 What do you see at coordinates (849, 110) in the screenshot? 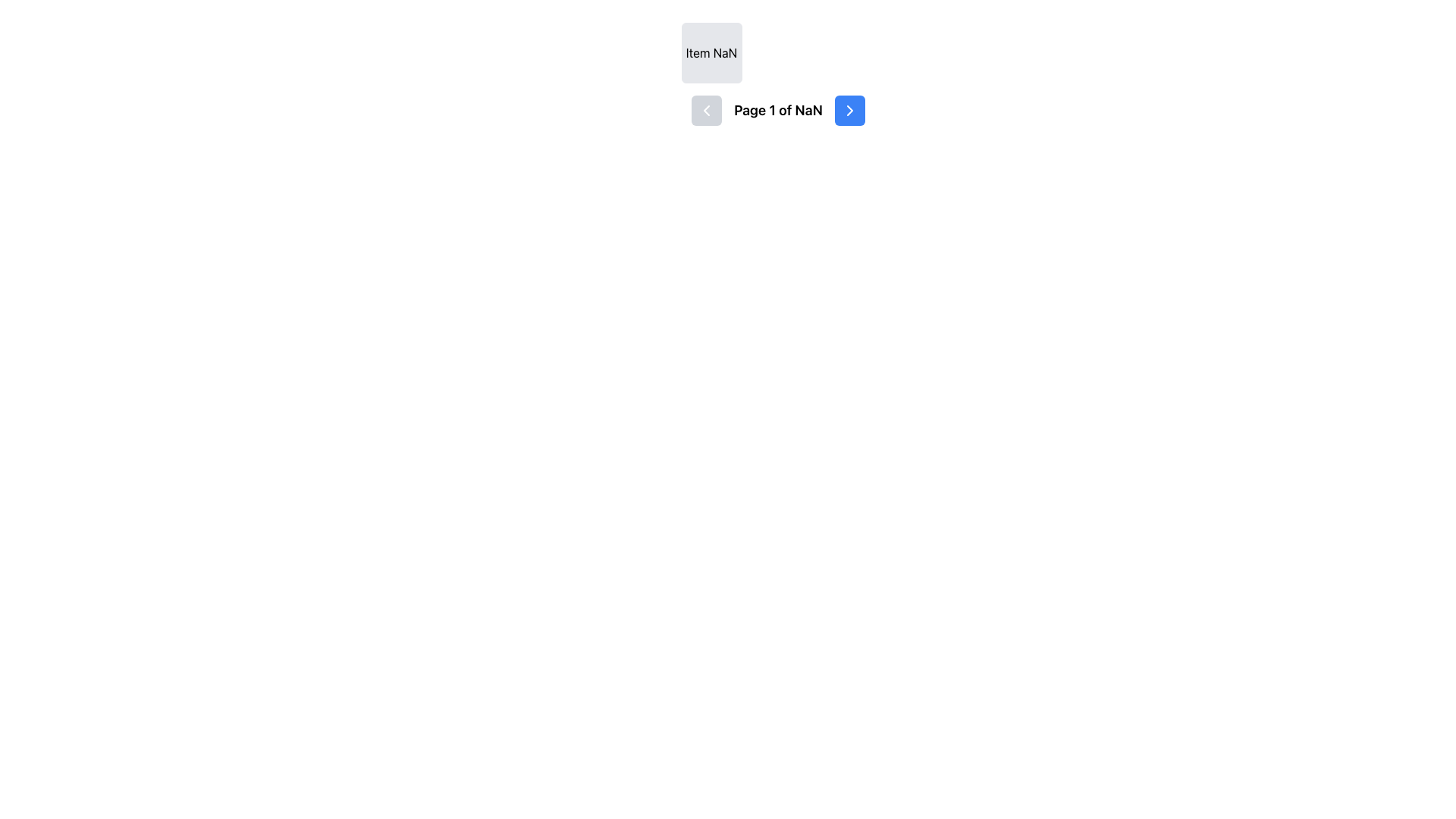
I see `the blue button with a white right-facing chevron icon` at bounding box center [849, 110].